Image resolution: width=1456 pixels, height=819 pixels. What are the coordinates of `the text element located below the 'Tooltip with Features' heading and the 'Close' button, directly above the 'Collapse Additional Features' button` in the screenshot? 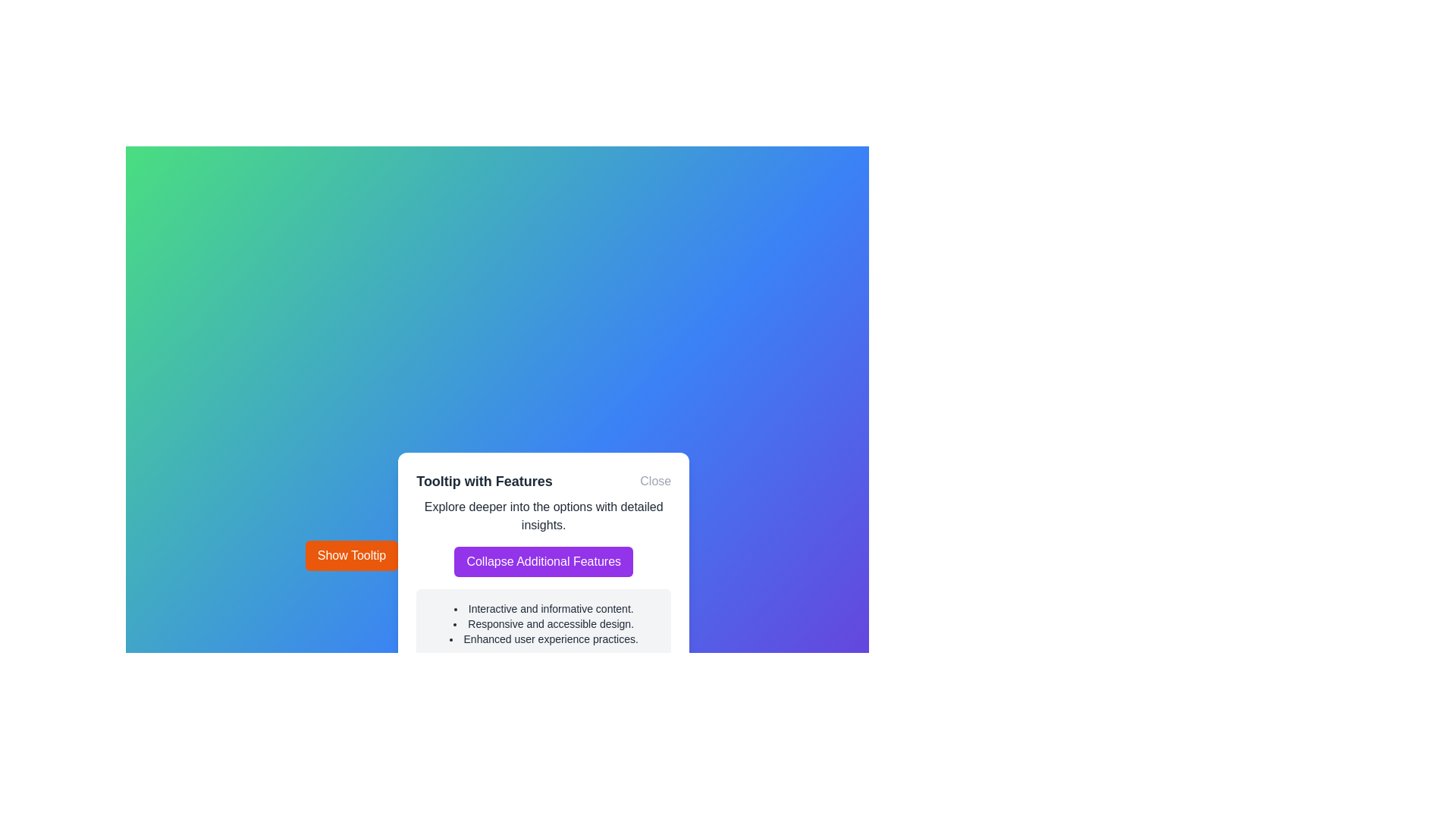 It's located at (544, 516).